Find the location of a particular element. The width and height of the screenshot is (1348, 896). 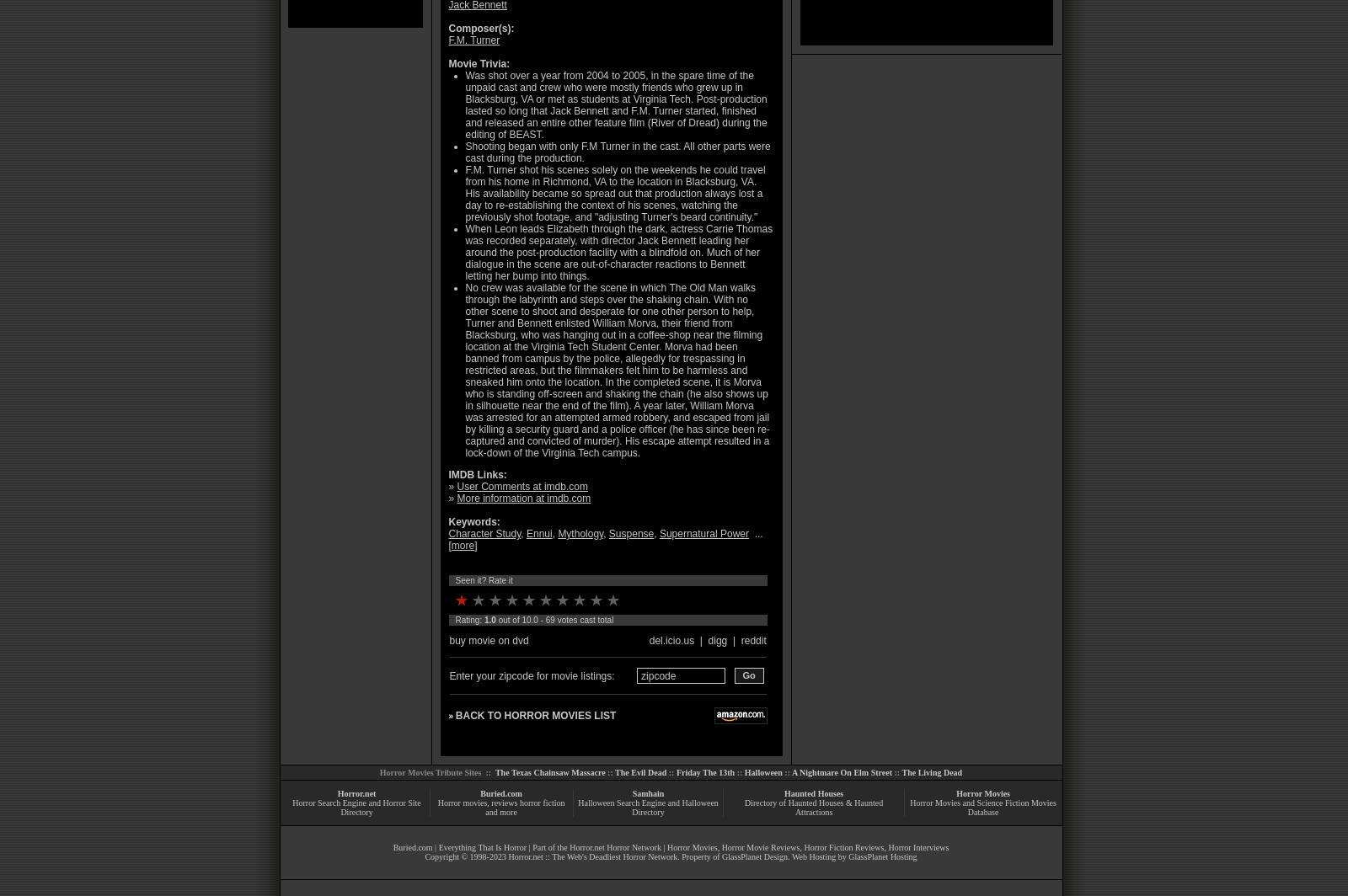

'Horror Search Engine and Horror Site Directory' is located at coordinates (356, 807).